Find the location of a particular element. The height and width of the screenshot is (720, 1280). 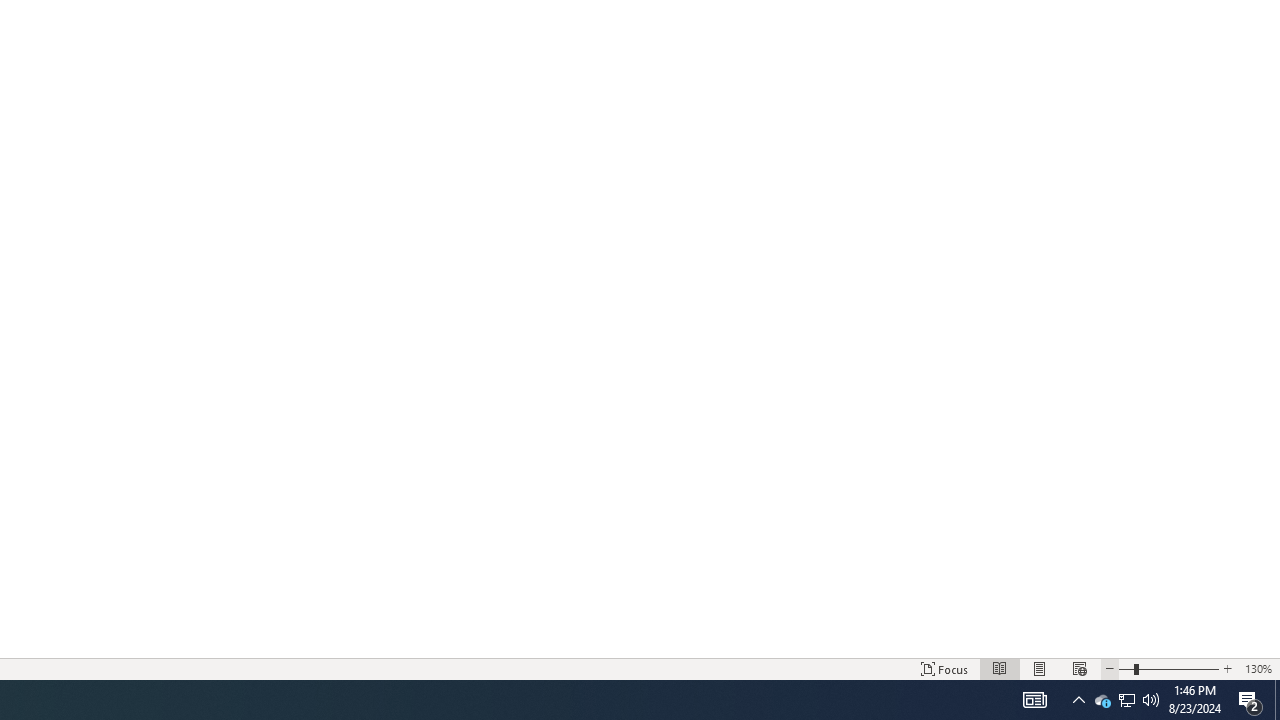

'Decrease Text Size' is located at coordinates (1108, 669).